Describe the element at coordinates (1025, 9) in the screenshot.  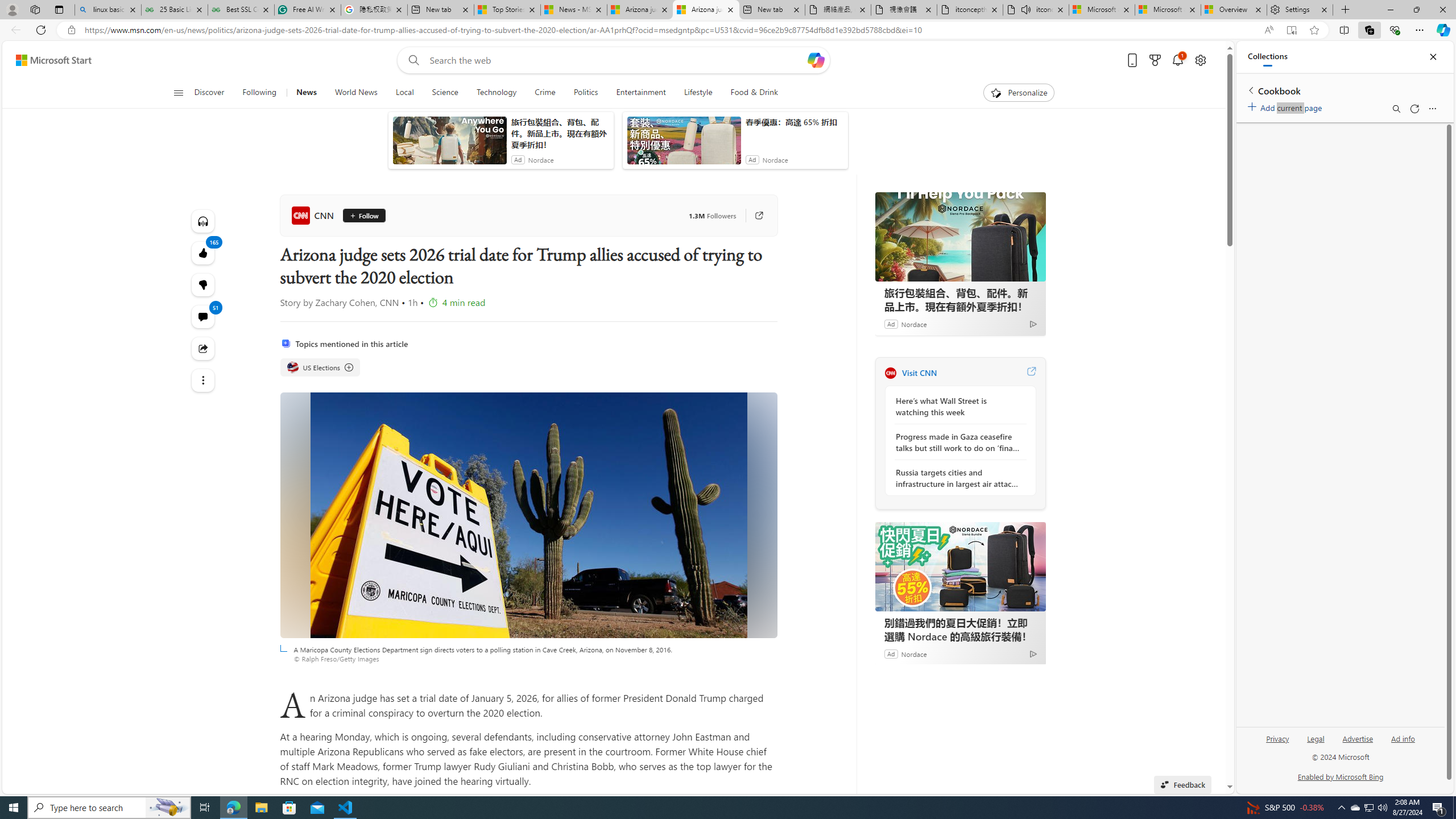
I see `'Mute tab'` at that location.